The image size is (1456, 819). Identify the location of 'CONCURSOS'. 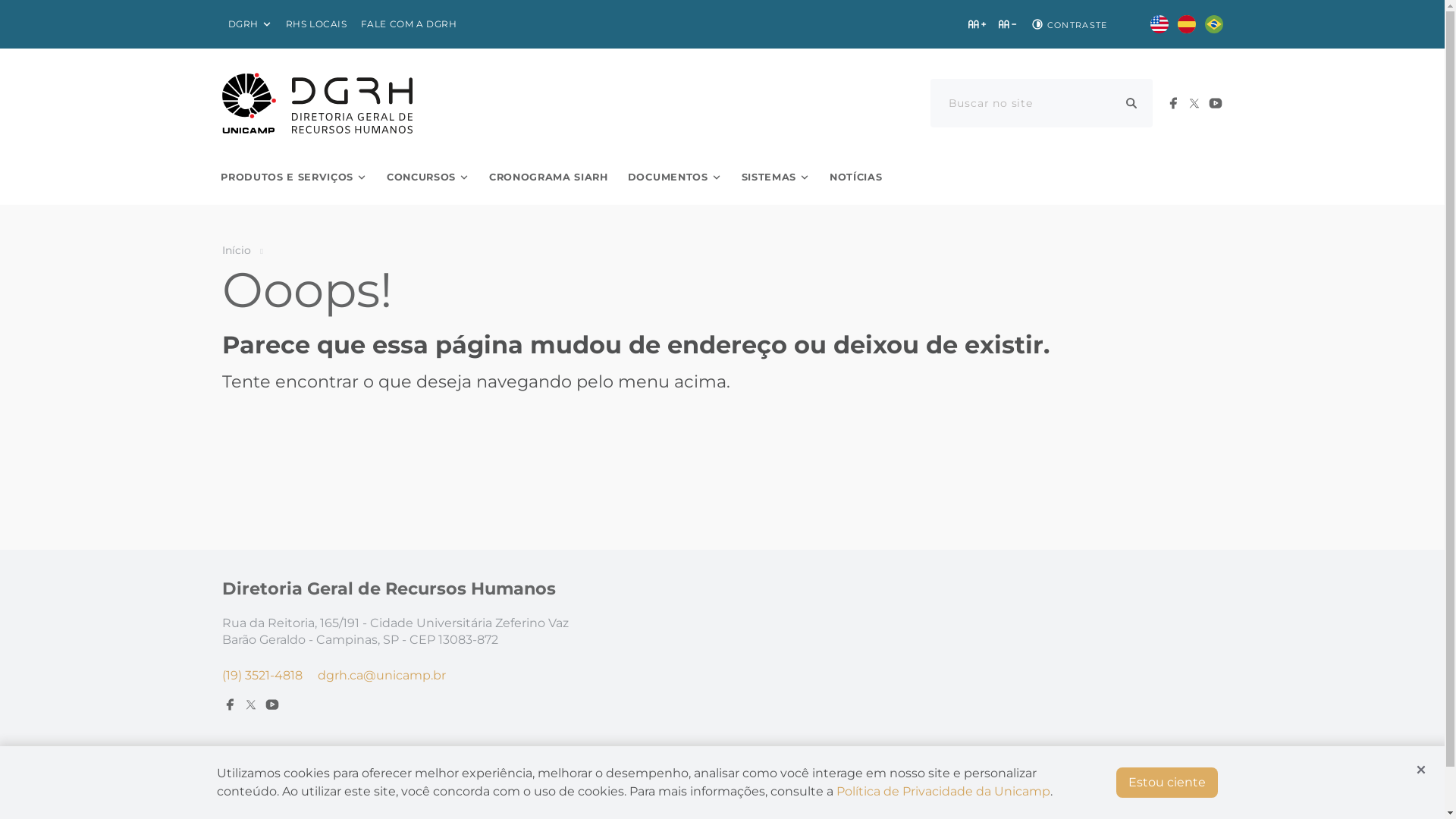
(427, 177).